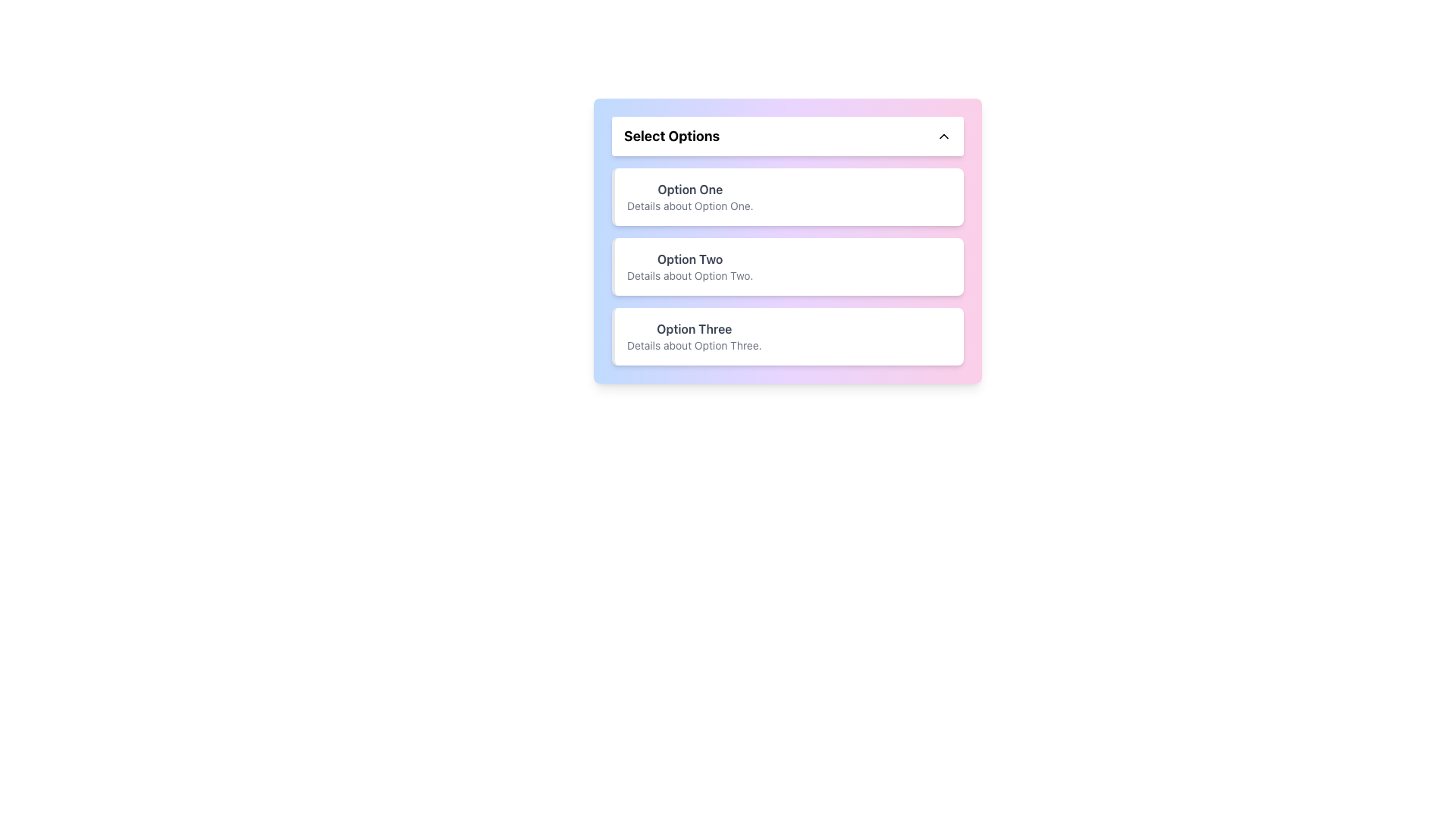  Describe the element at coordinates (943, 136) in the screenshot. I see `the upward-pointing chevron icon located to the far right of the 'Select Options' header` at that location.